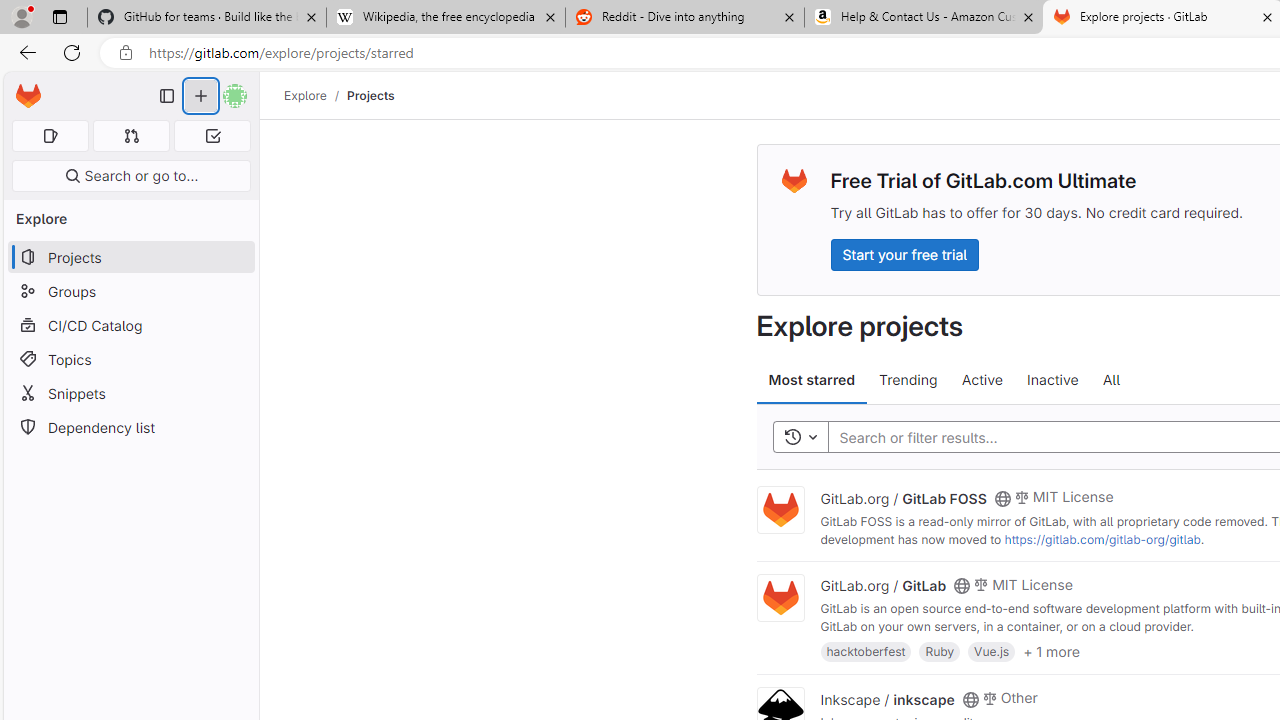  Describe the element at coordinates (907, 380) in the screenshot. I see `'Trending'` at that location.